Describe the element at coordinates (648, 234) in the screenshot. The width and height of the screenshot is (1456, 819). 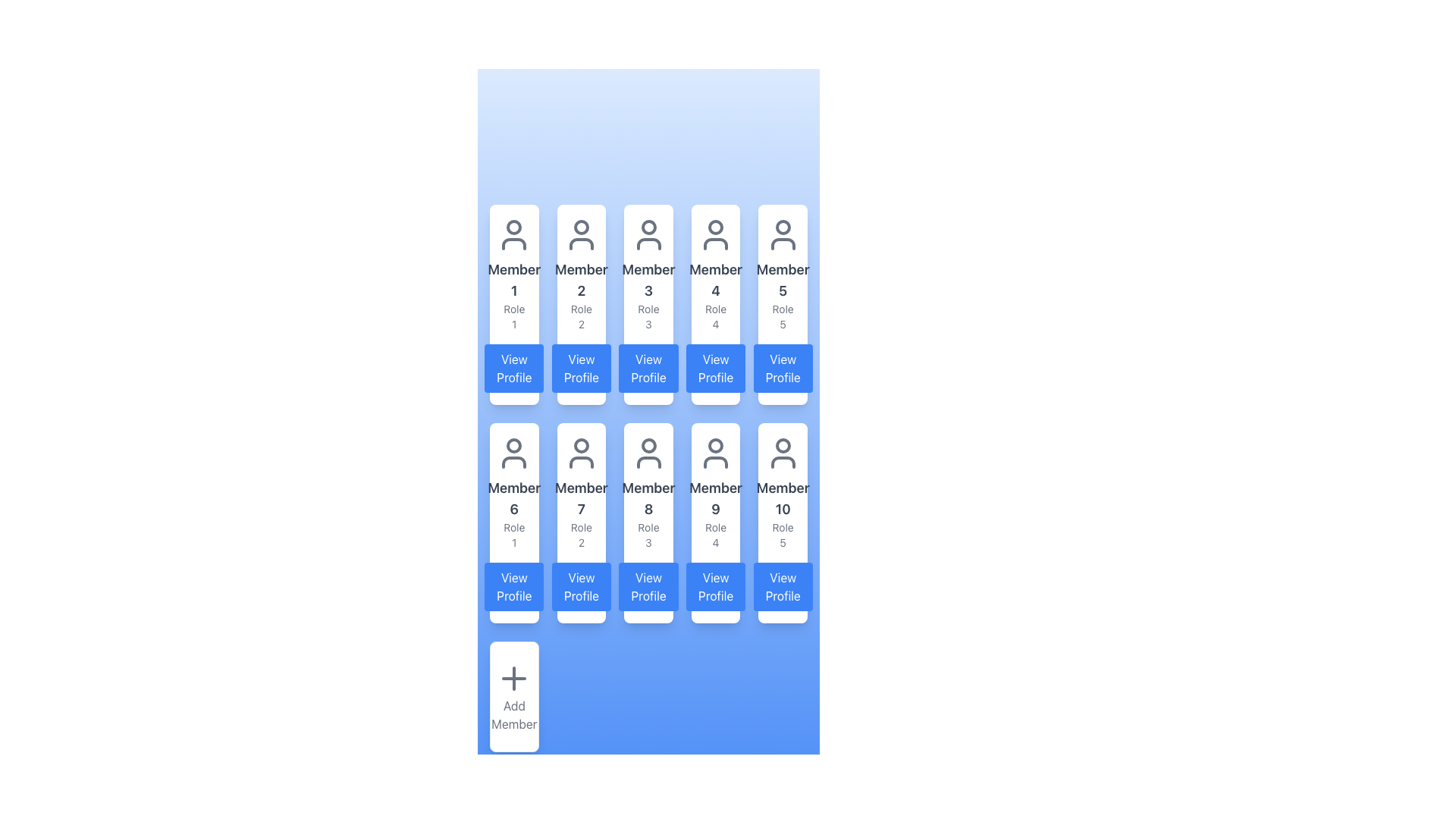
I see `the circular user icon with a gray color and a simplified person silhouette located at the top-center of the third card, above the text 'Member 3' and 'Role 3'` at that location.